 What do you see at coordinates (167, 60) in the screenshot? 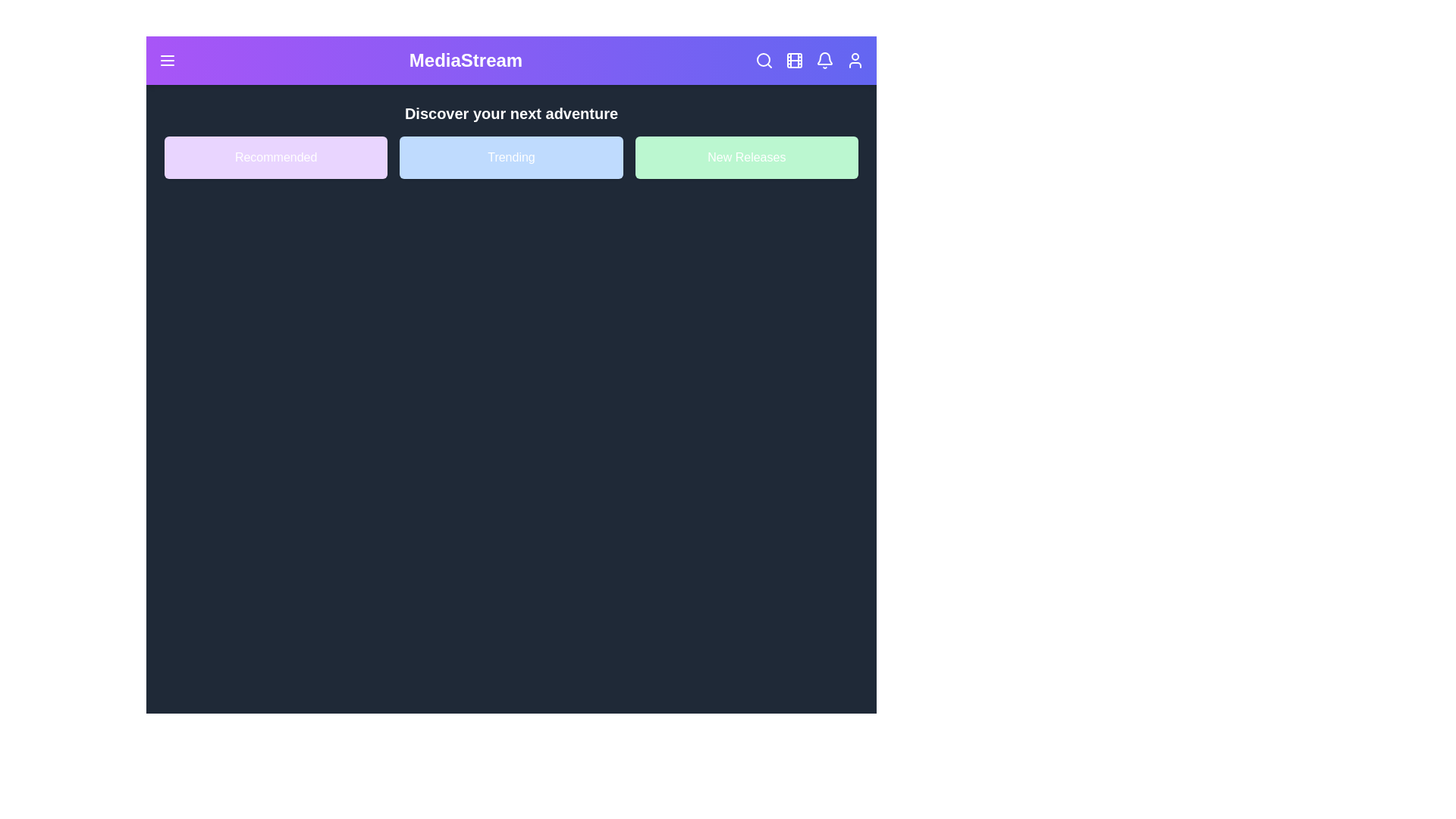
I see `the hamburger button to toggle the menu` at bounding box center [167, 60].